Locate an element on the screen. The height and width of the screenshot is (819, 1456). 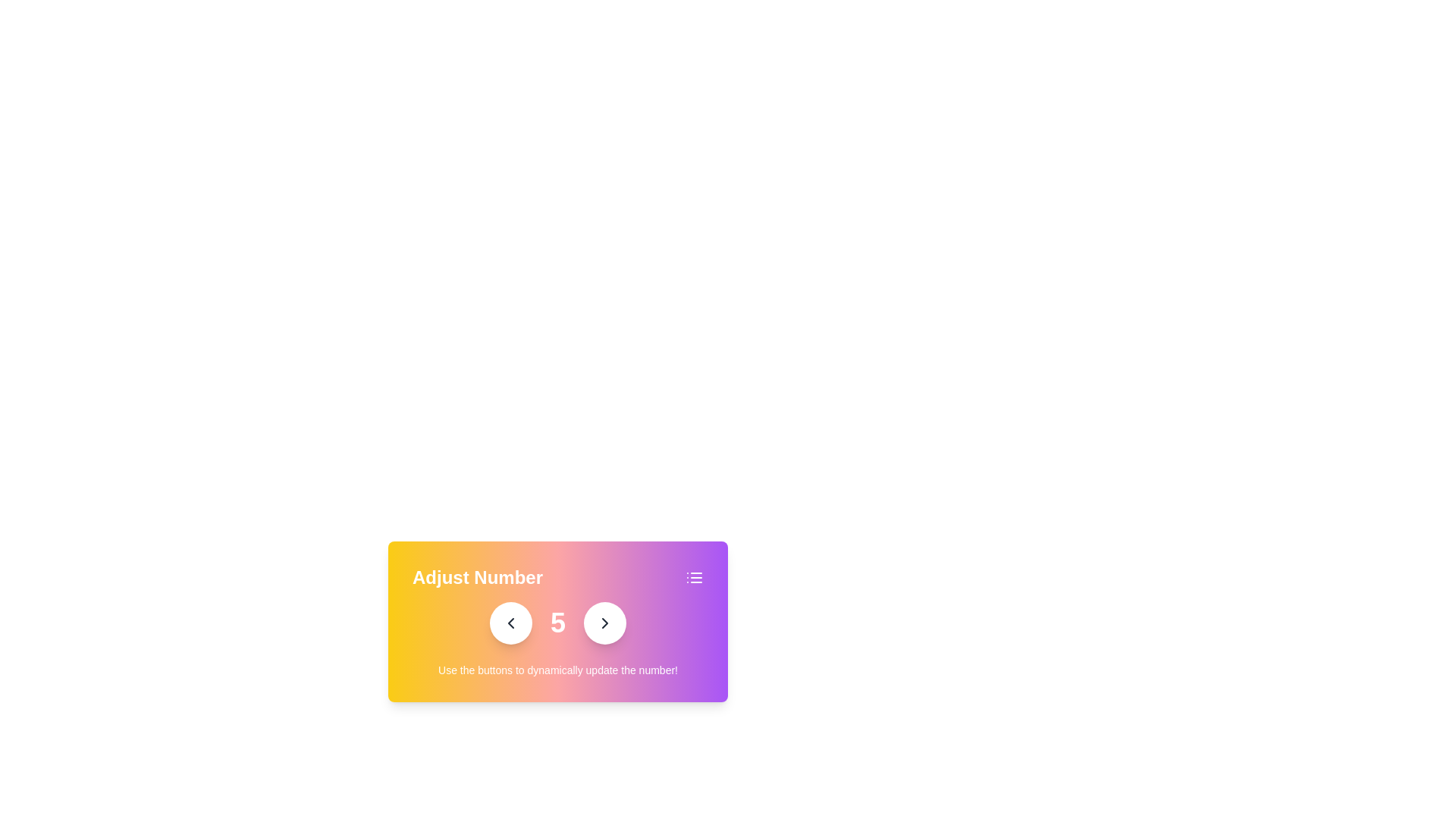
the right-pointing chevron icon within the circular button located towards the bottom-right of the gradient-colored panel is located at coordinates (604, 623).